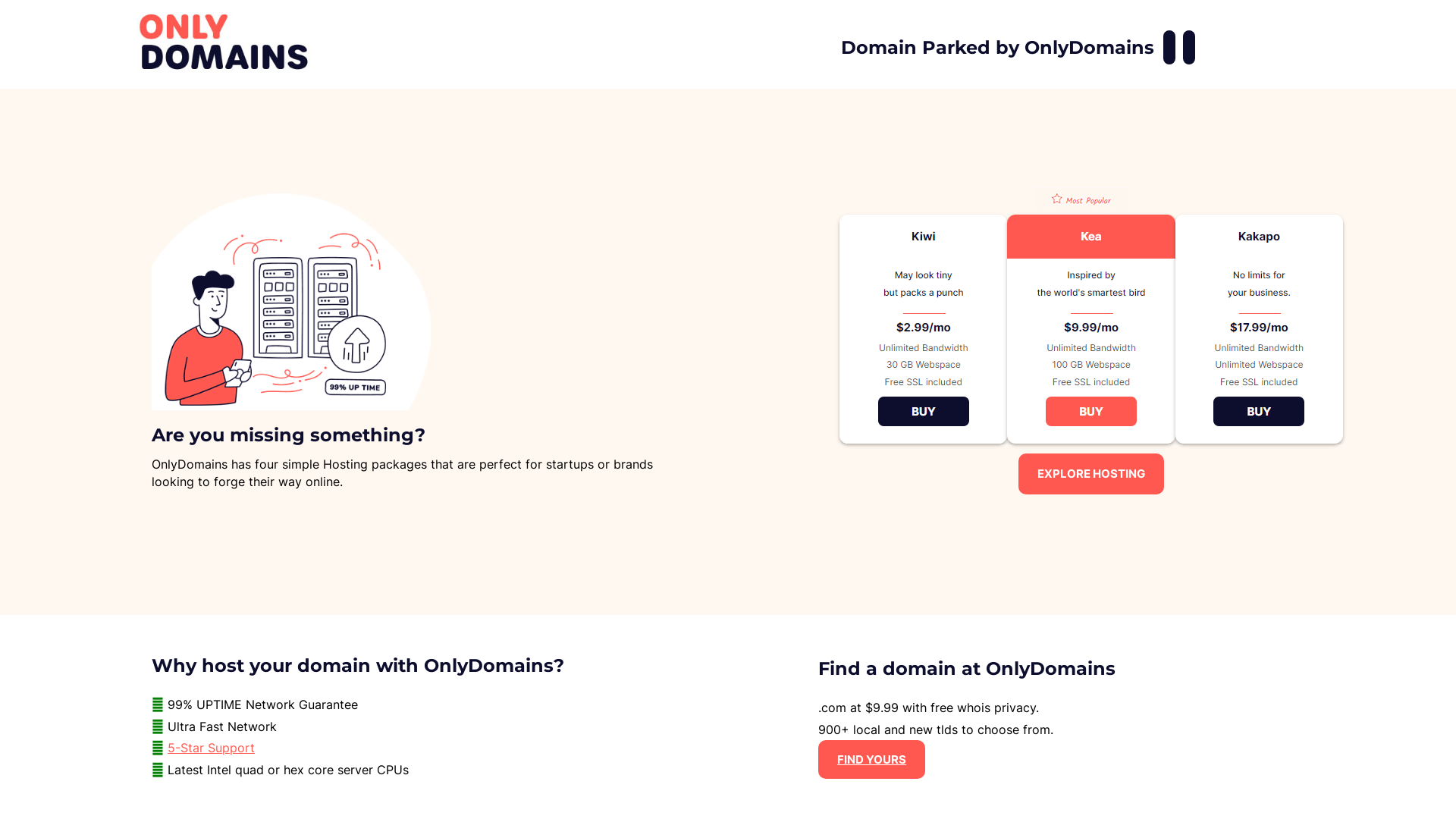 This screenshot has height=819, width=1456. What do you see at coordinates (1168, 46) in the screenshot?
I see `'OnlyDomains Facebook'` at bounding box center [1168, 46].